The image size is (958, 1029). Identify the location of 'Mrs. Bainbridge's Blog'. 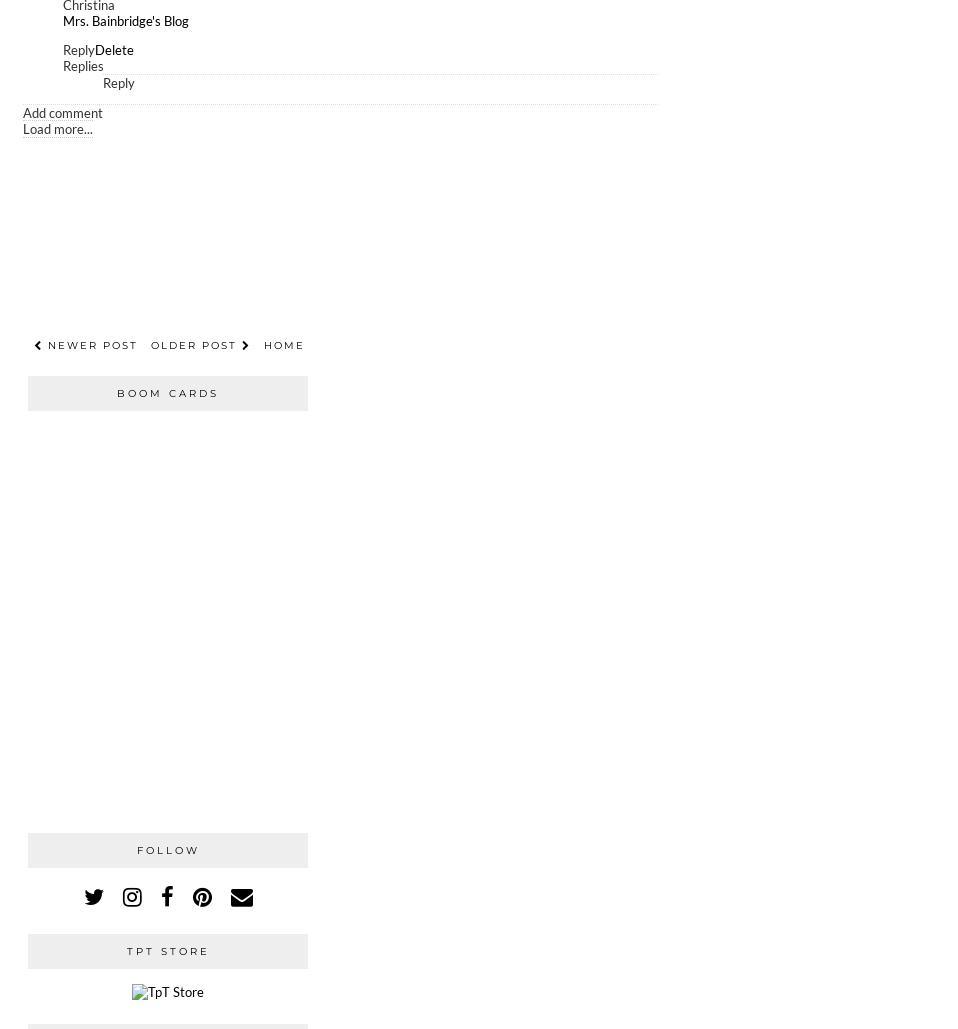
(125, 20).